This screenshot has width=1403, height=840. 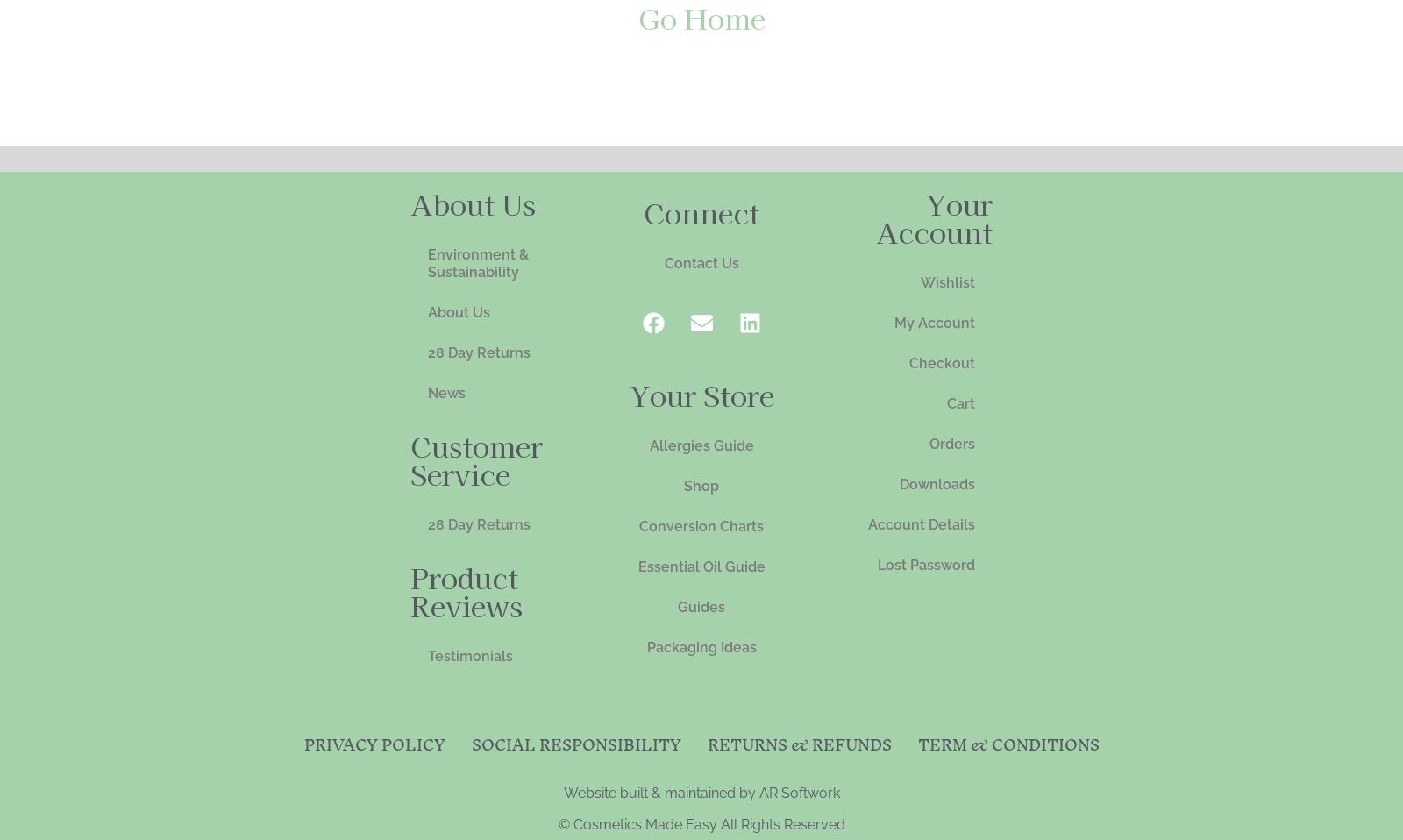 What do you see at coordinates (475, 457) in the screenshot?
I see `'Customer Service'` at bounding box center [475, 457].